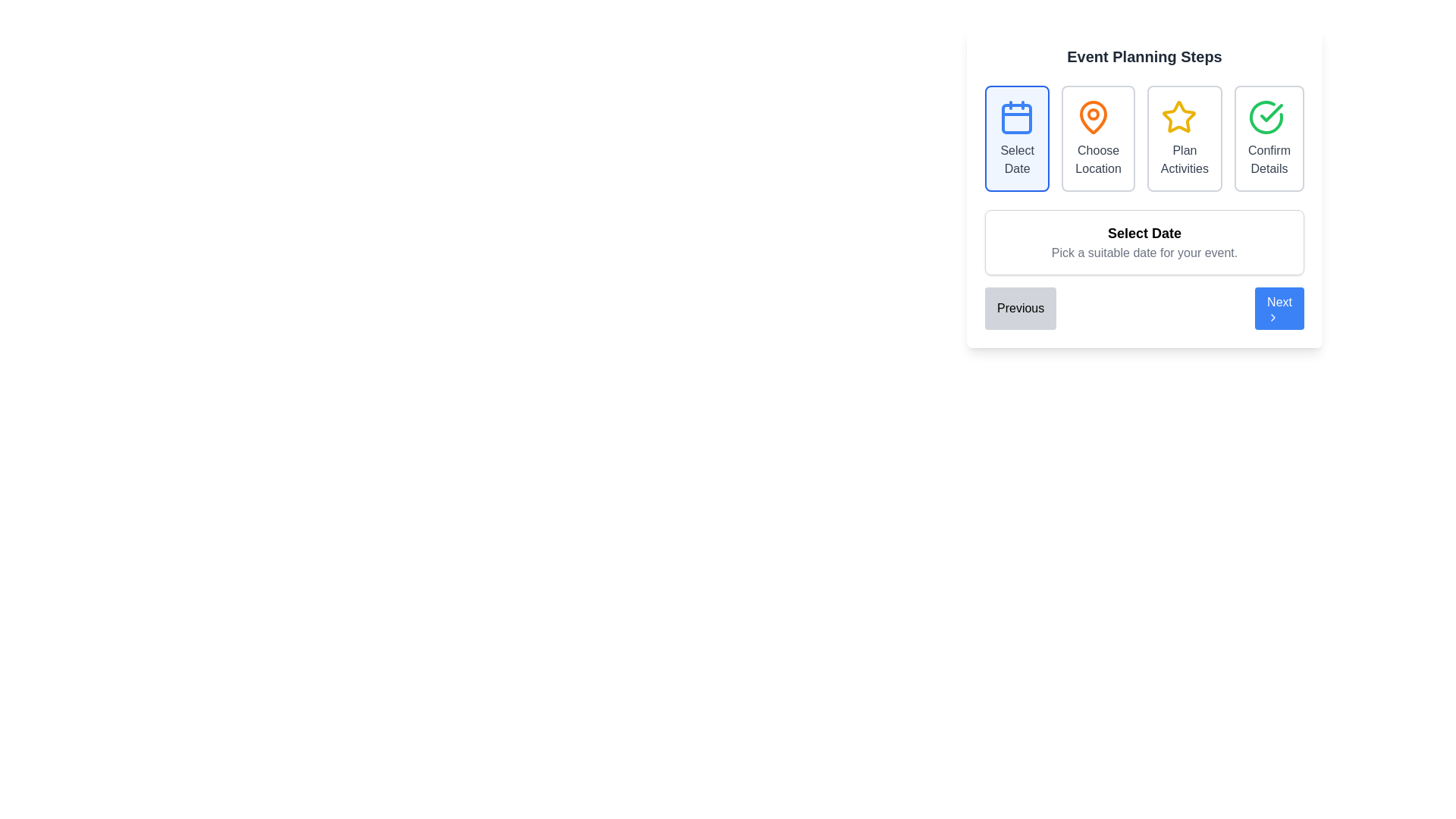  Describe the element at coordinates (1279, 308) in the screenshot. I see `the 'Next' button located to the right of the 'Previous' button` at that location.